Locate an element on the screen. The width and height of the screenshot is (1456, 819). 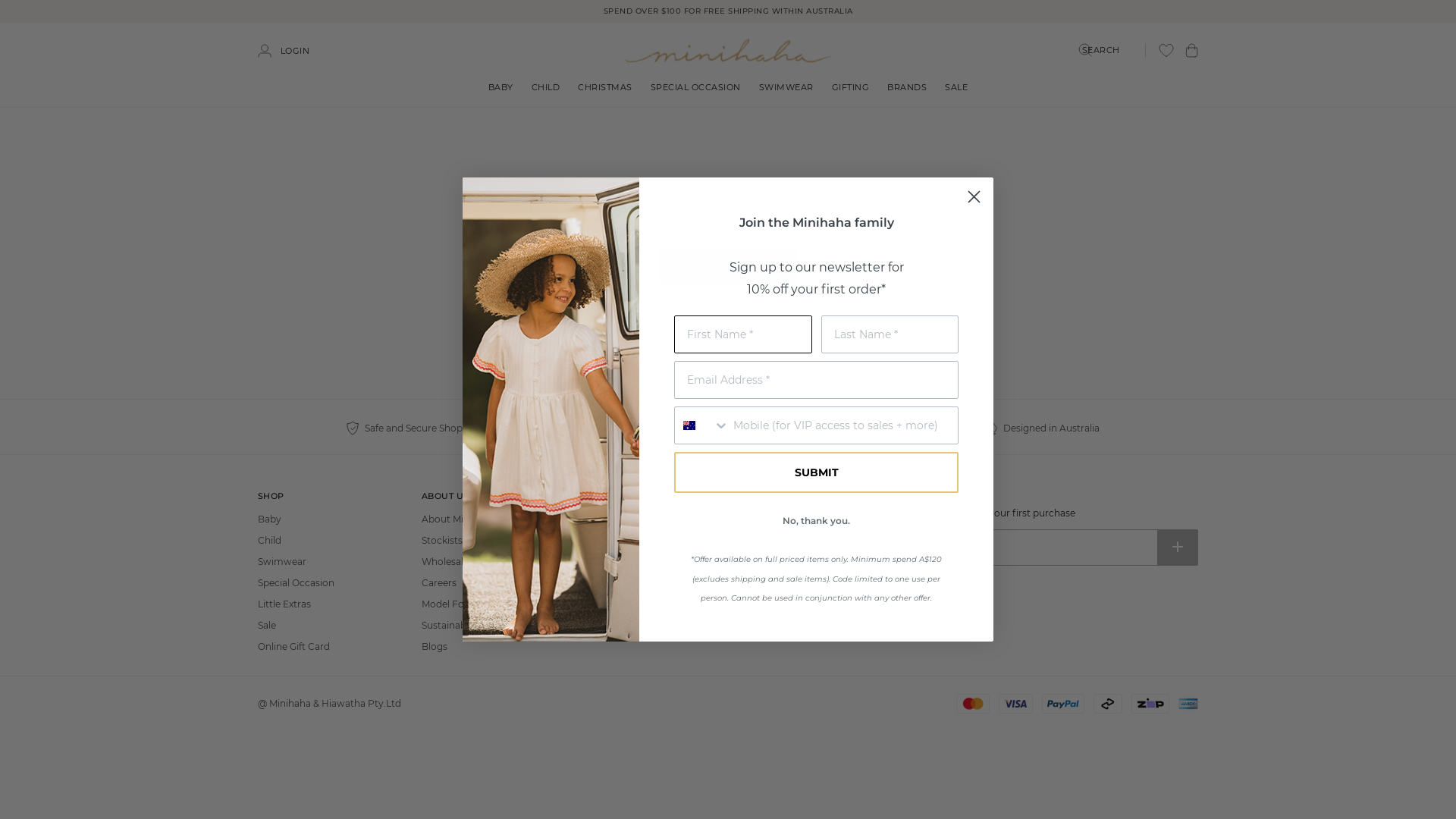
'Australia' is located at coordinates (688, 425).